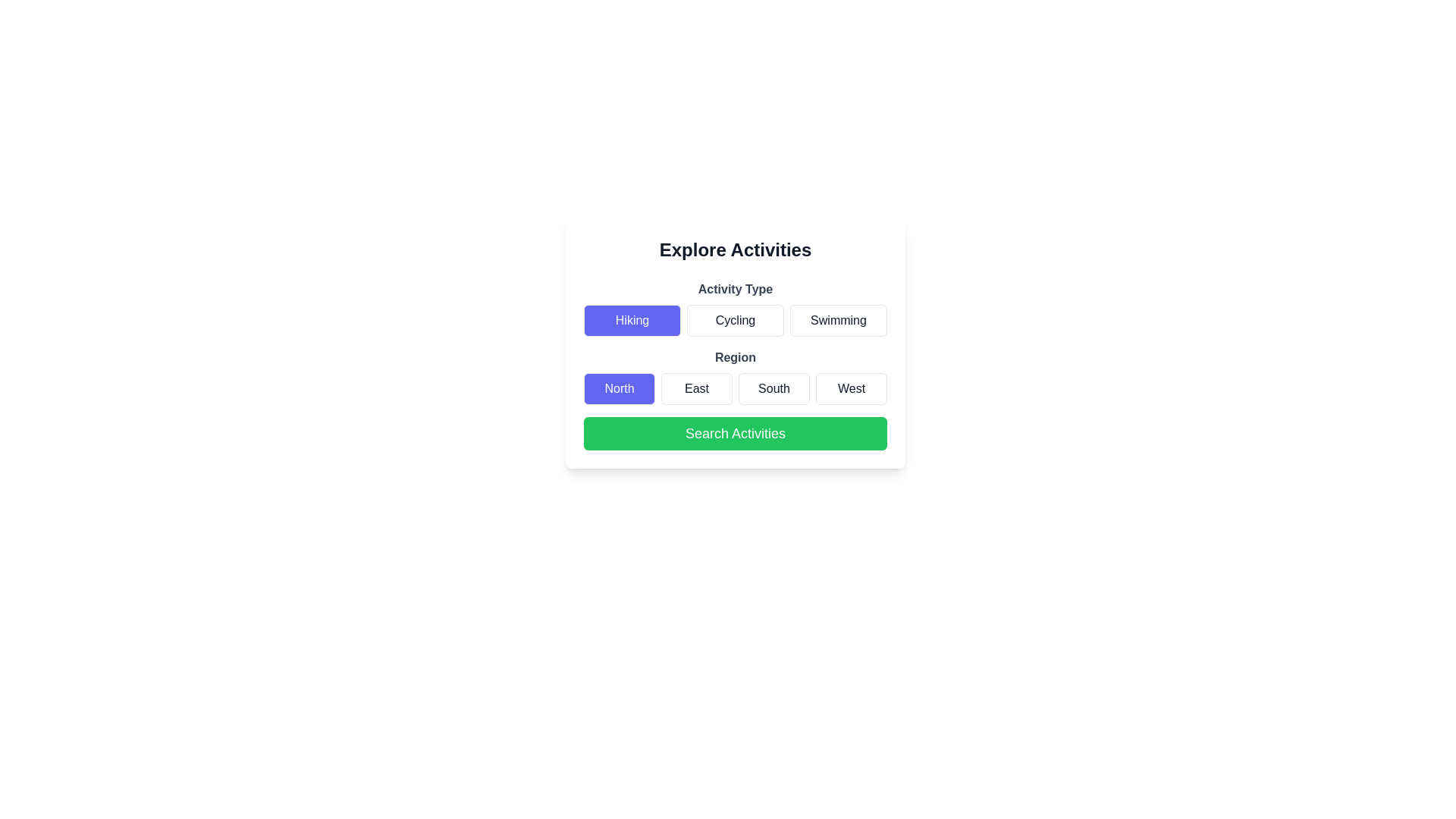  I want to click on the search button located at the bottom of the 'Explore Activities' panel, so click(735, 433).